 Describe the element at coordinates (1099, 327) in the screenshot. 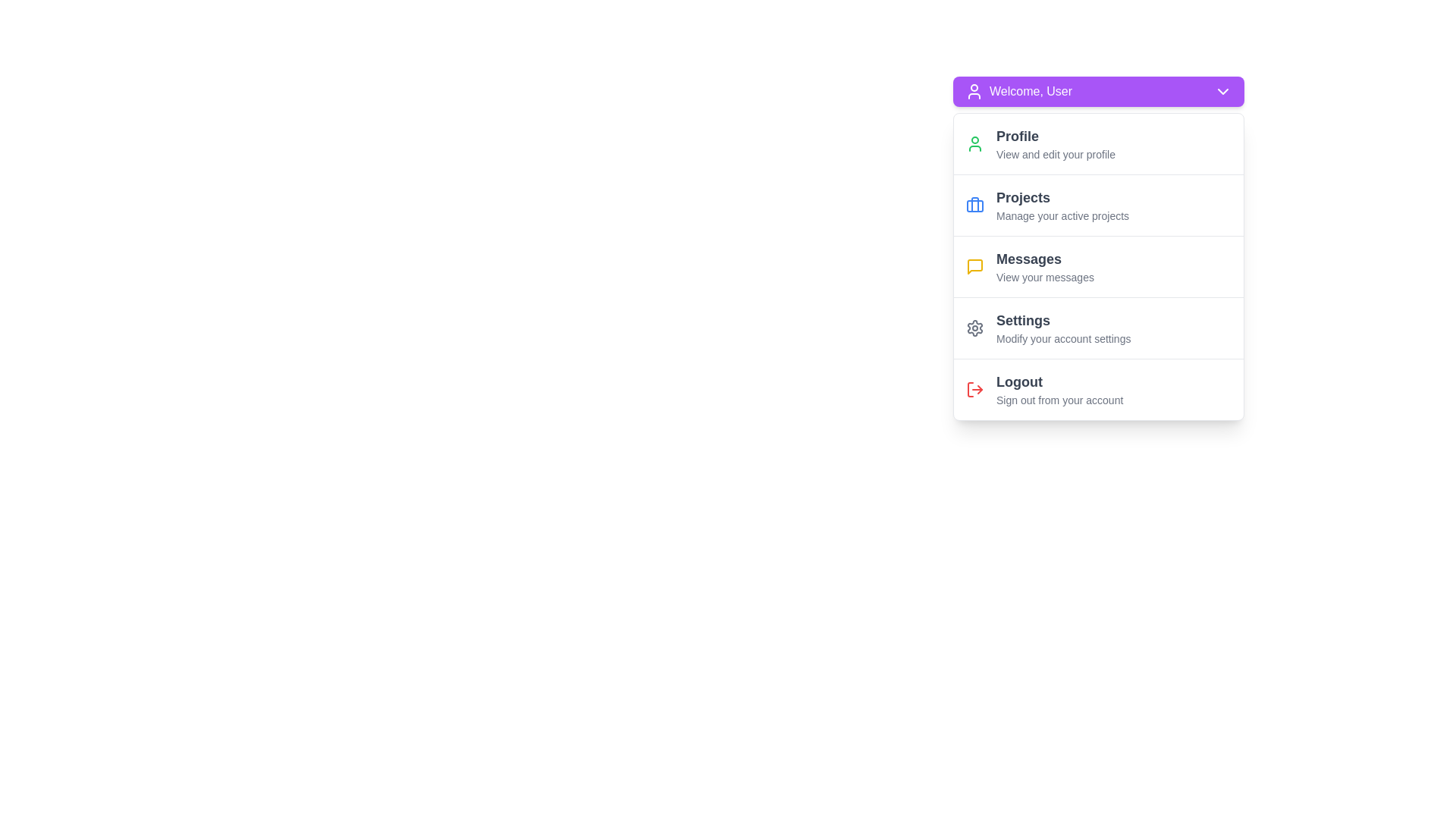

I see `the 'Settings' button, which features a gear icon and is the fourth item in the vertical navigation list` at that location.